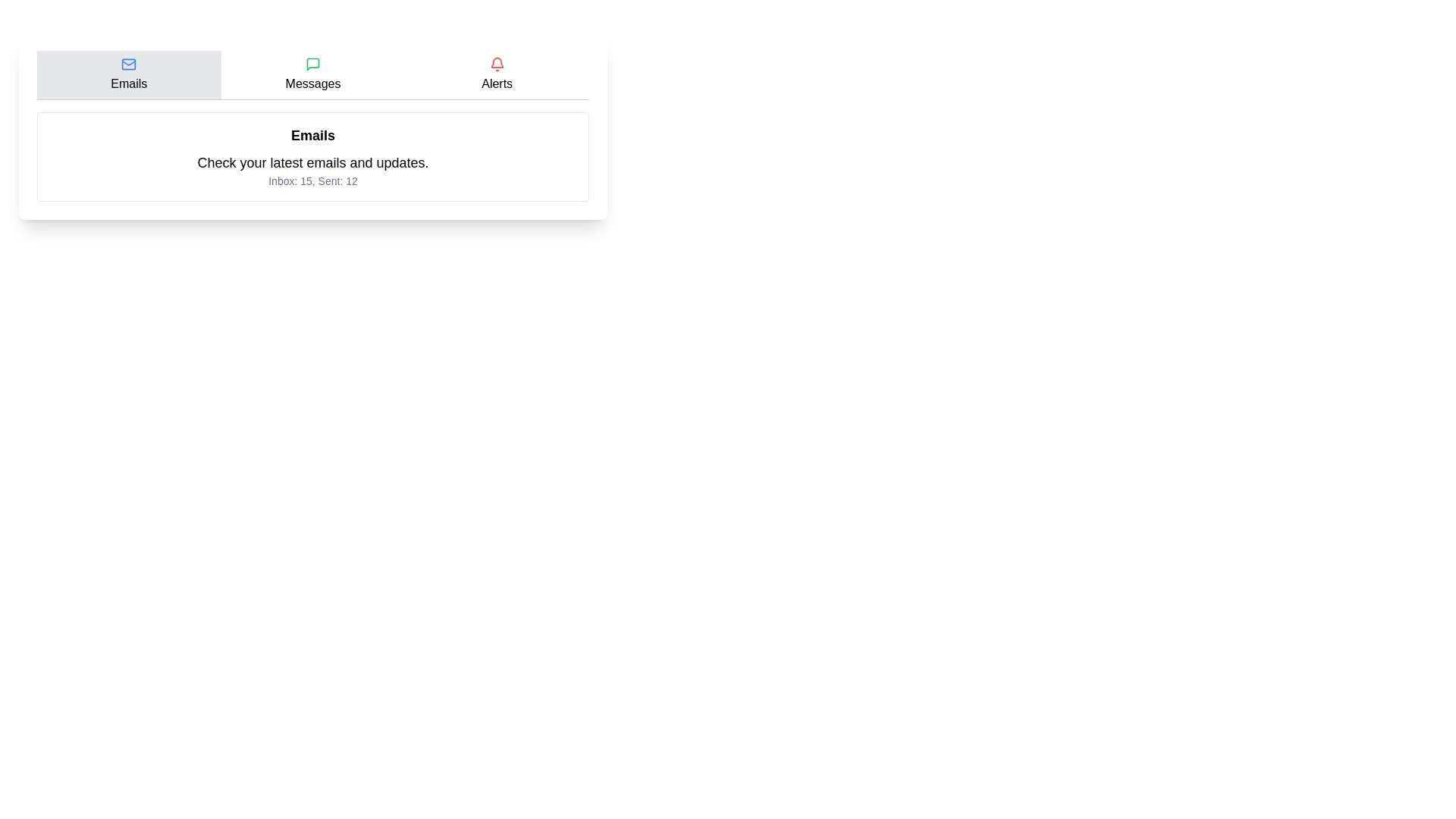  I want to click on the tab labeled Messages to observe its hover effect, so click(312, 75).